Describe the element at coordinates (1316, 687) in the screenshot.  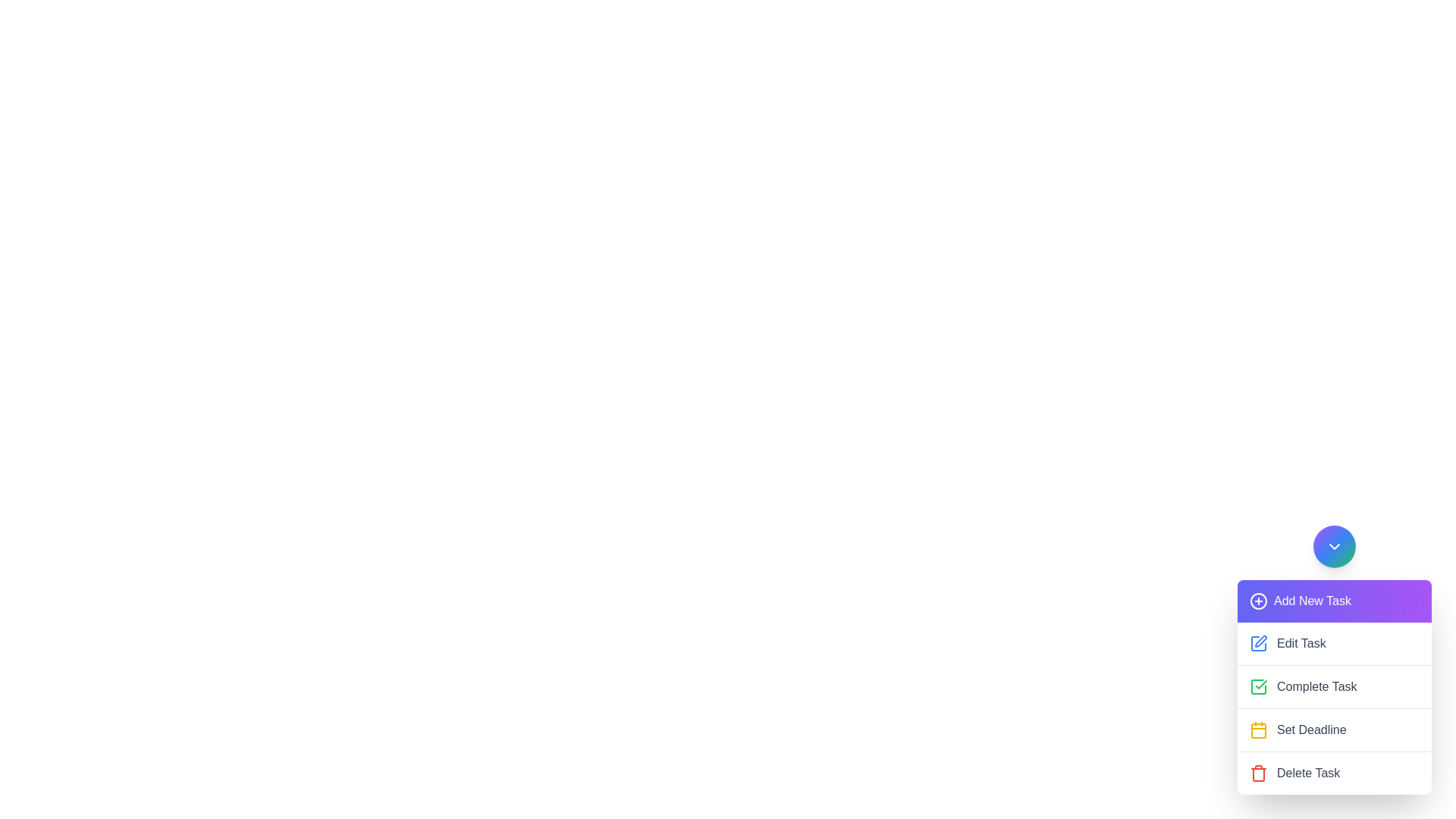
I see `the 'Mark as Completed' text label in the interactive menu, which is the third entry in the list located below the button with a downward arrow icon` at that location.